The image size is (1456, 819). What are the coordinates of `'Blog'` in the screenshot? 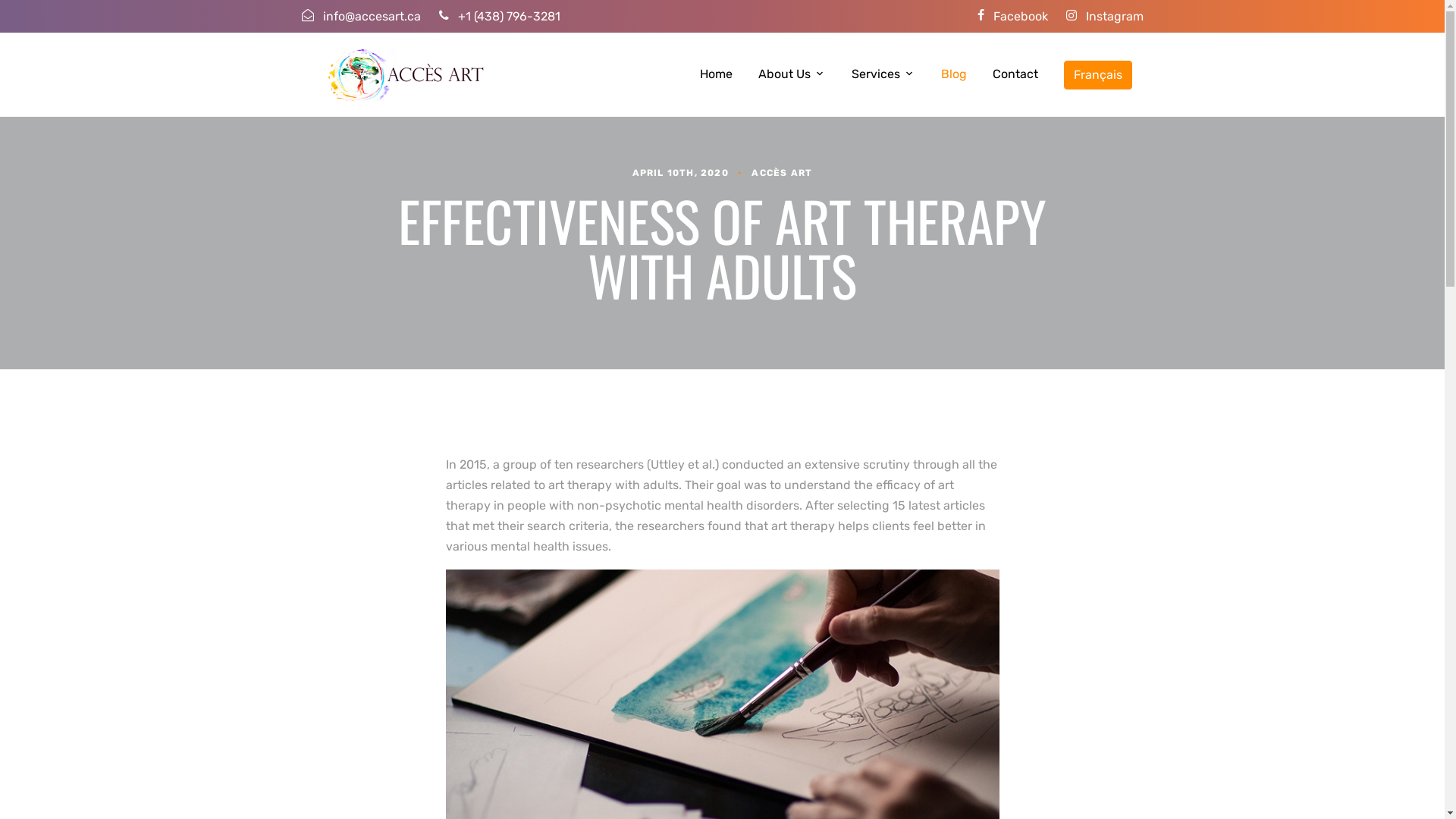 It's located at (952, 74).